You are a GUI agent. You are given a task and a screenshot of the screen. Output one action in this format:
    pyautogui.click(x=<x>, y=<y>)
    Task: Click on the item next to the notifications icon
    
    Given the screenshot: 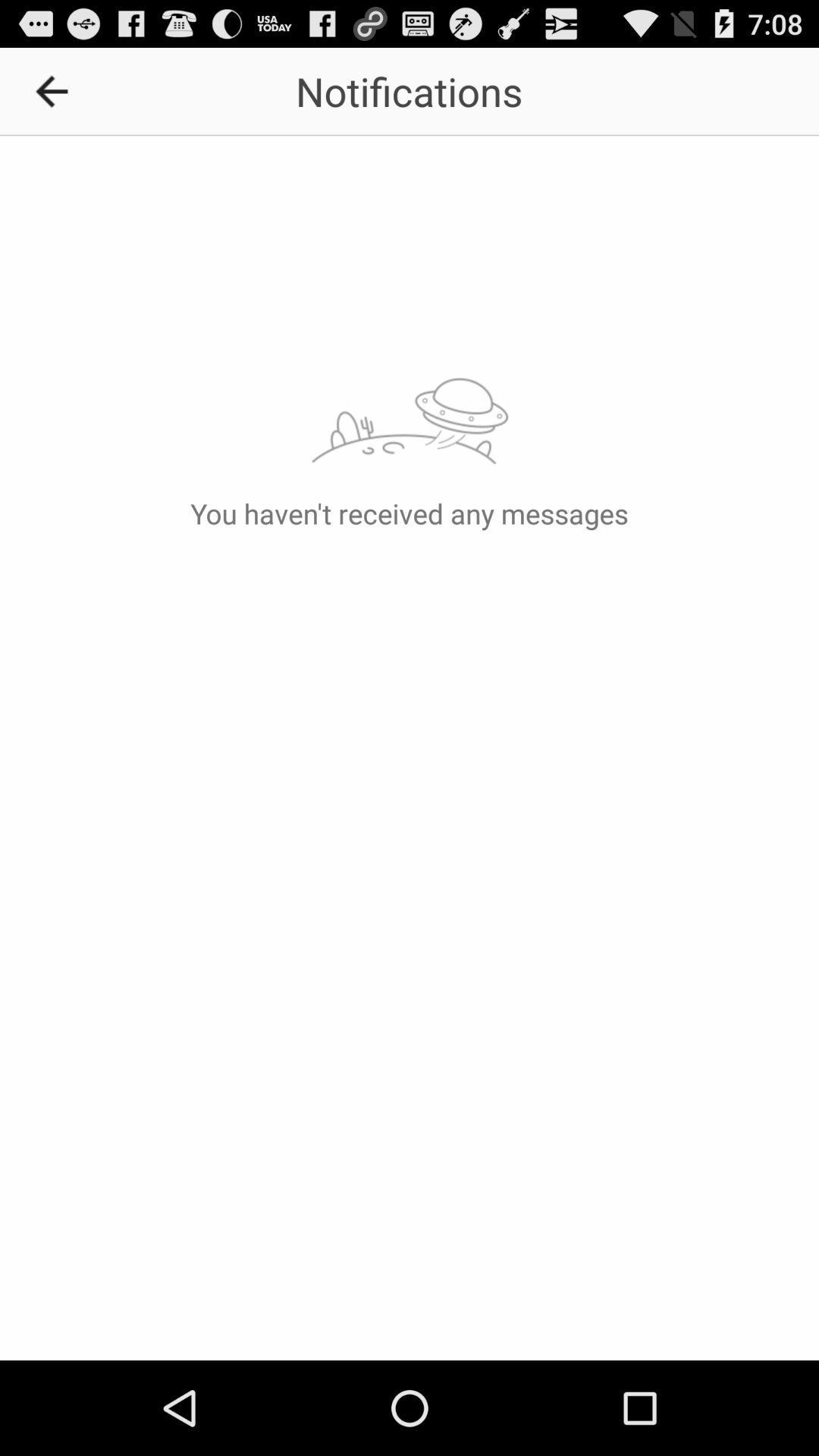 What is the action you would take?
    pyautogui.click(x=56, y=90)
    